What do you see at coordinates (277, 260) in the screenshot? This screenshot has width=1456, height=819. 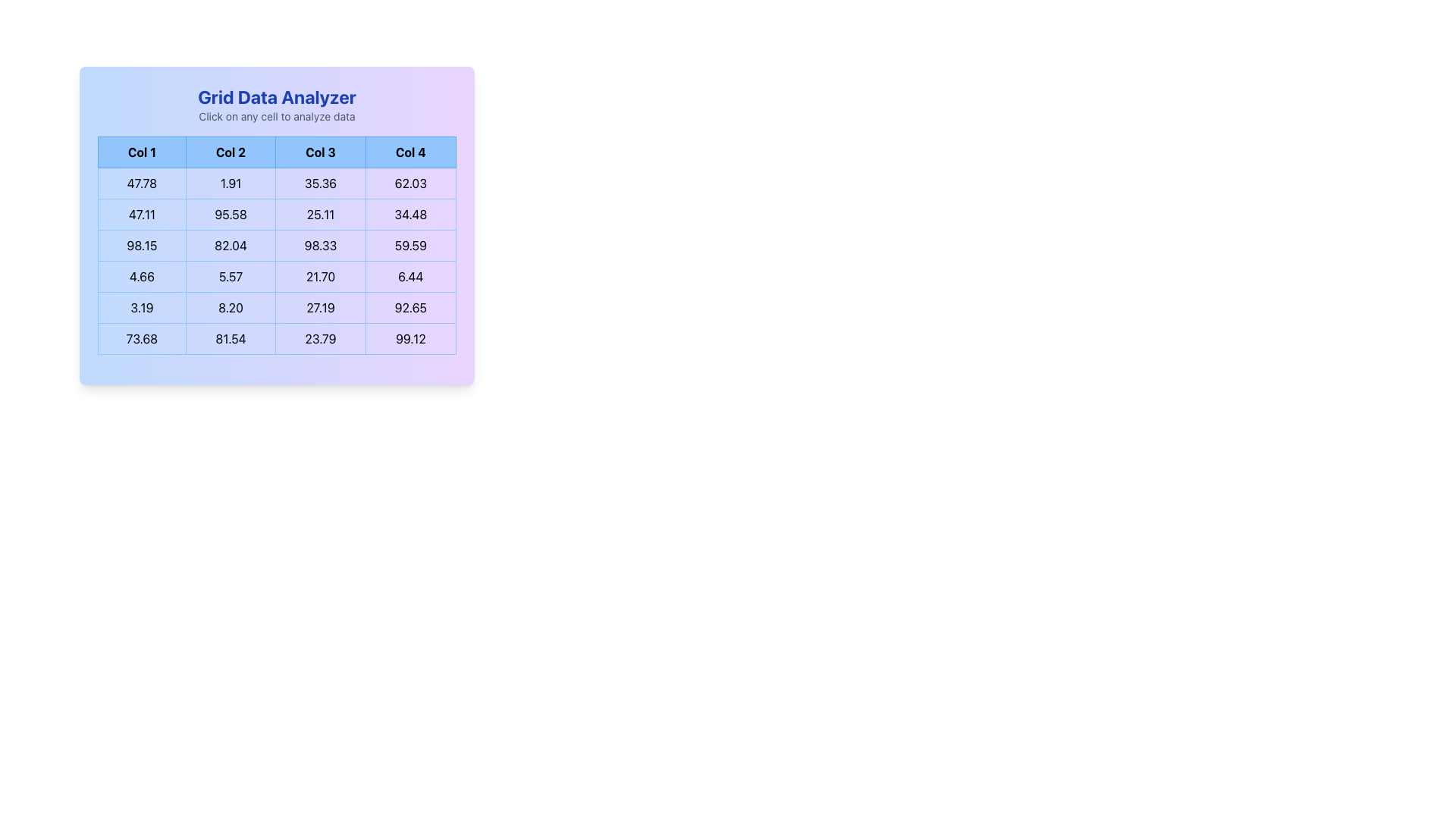 I see `the table cell located in the third row and third column` at bounding box center [277, 260].